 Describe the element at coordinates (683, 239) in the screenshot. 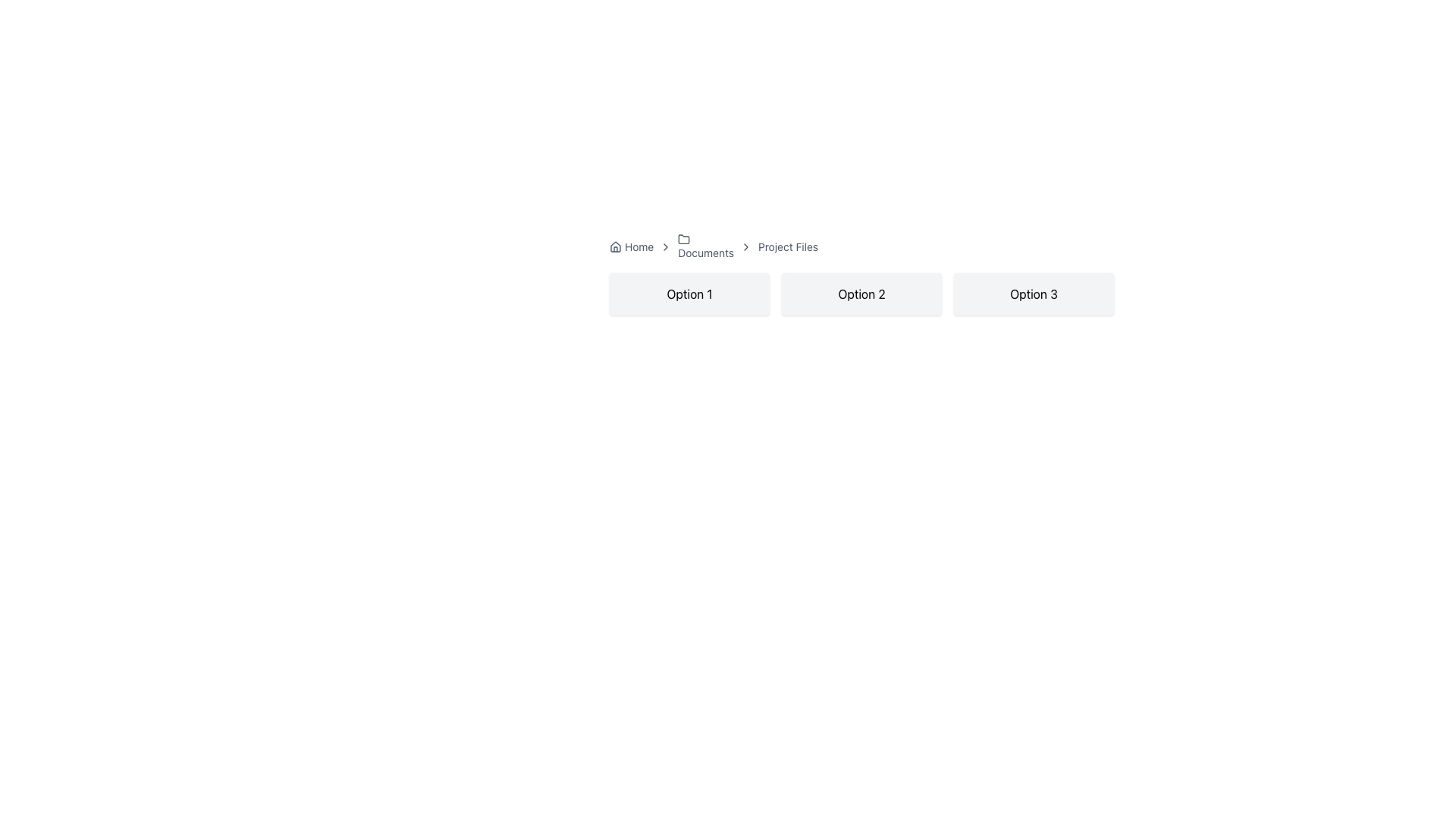

I see `the folder icon in the breadcrumb navigation bar, which visually represents the 'Documents' directory and is positioned between the 'Documents' and 'Project Files' labels` at that location.